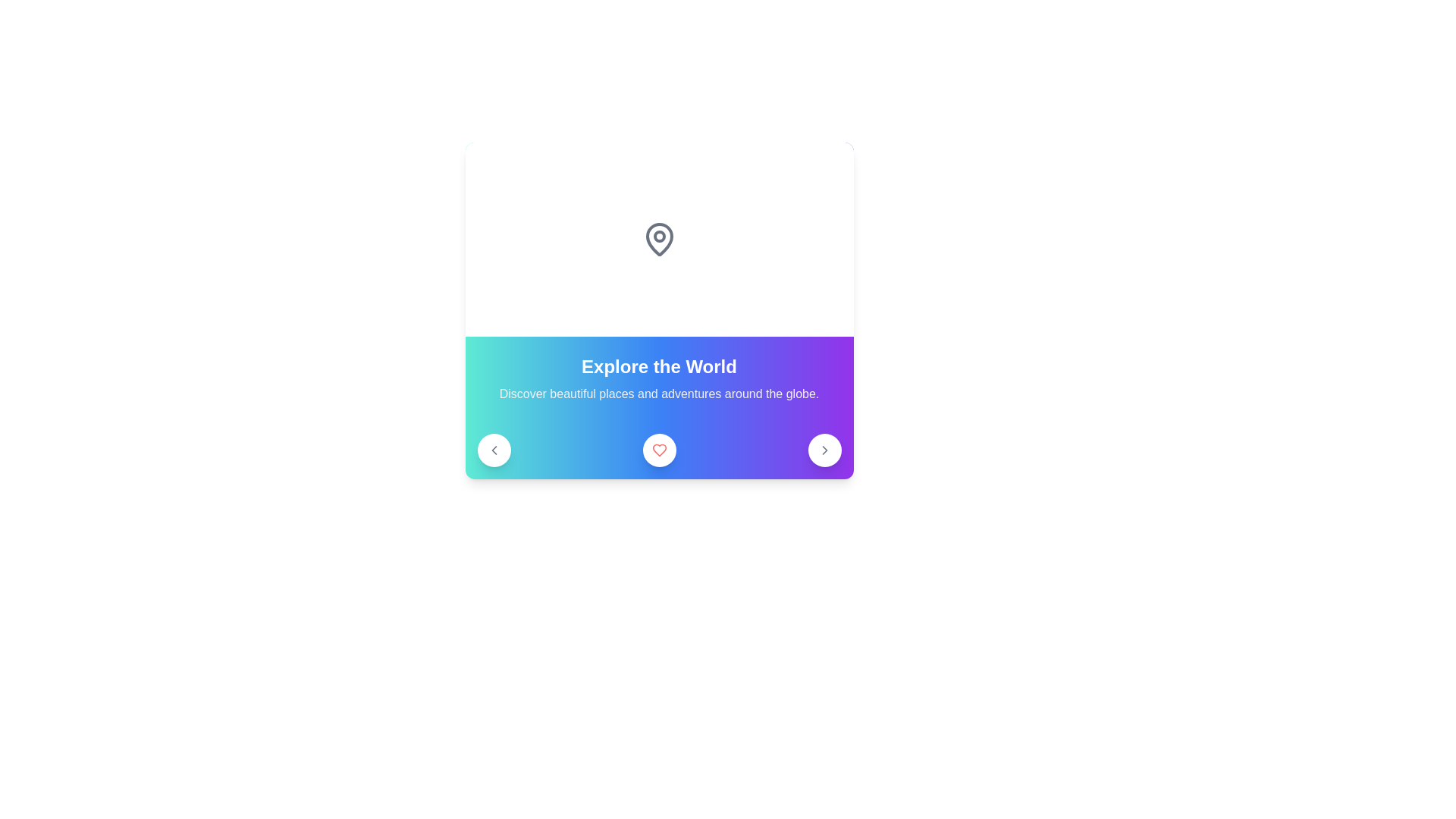 The image size is (1456, 819). Describe the element at coordinates (824, 450) in the screenshot. I see `the forward action icon located inside the circular button at the bottom-right of the card layout` at that location.